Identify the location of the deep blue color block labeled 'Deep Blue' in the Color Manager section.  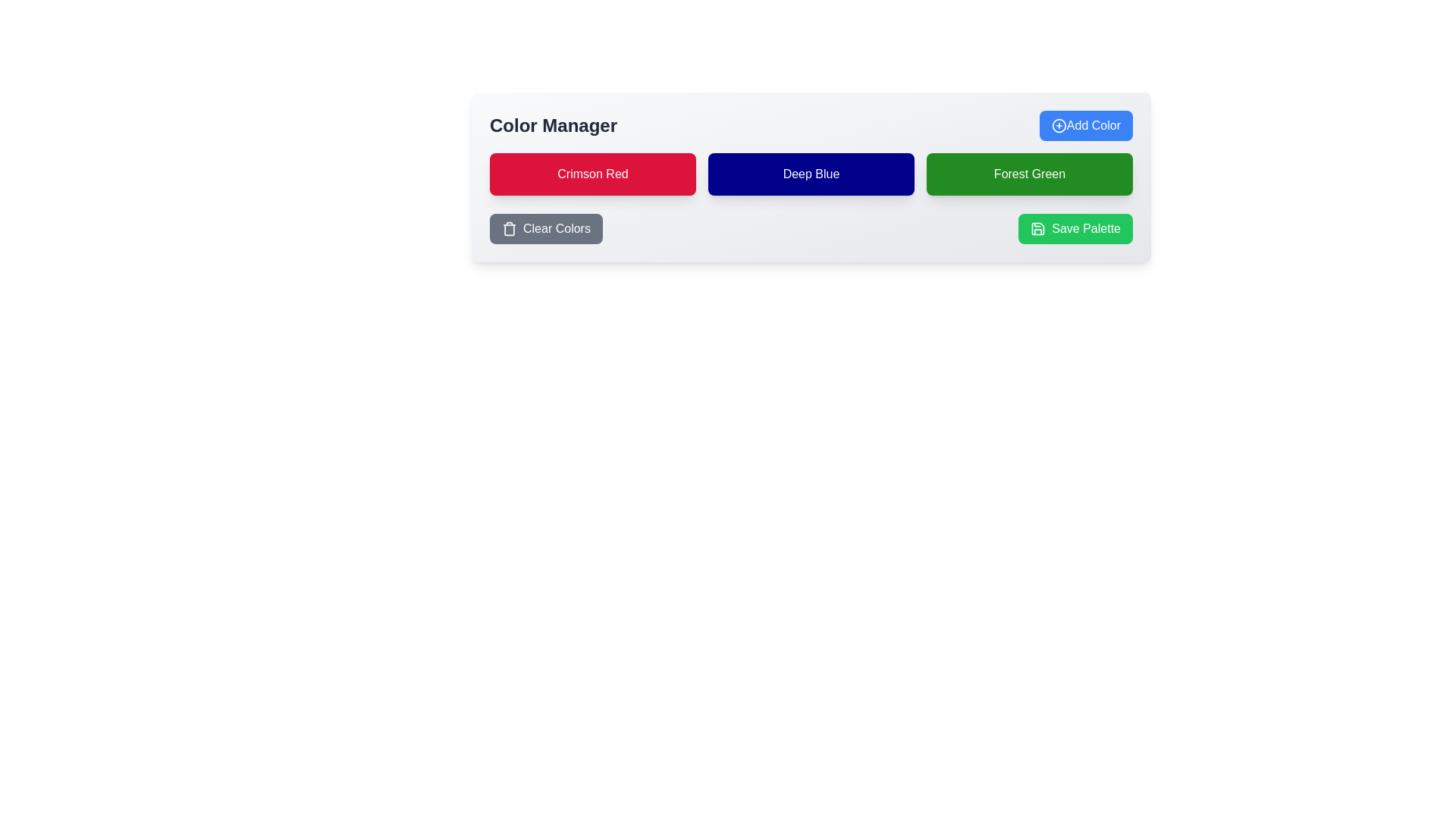
(811, 174).